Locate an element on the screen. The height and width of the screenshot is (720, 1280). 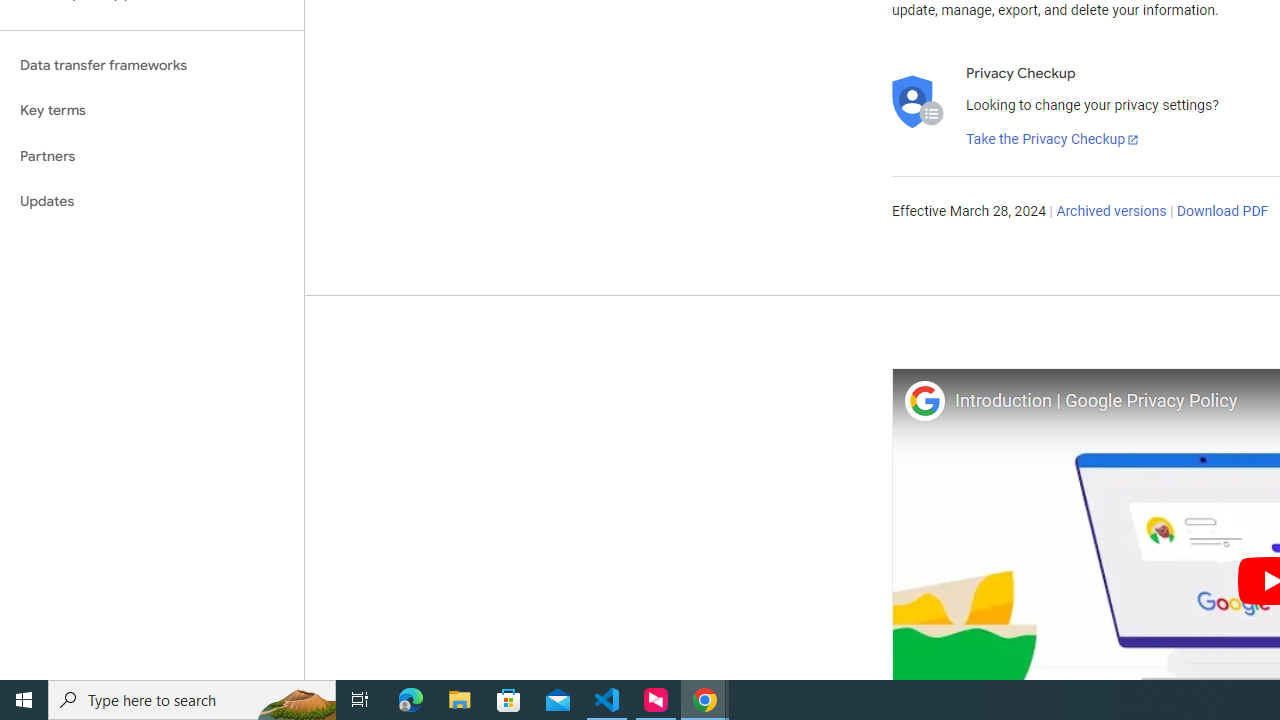
'Archived versions' is located at coordinates (1110, 212).